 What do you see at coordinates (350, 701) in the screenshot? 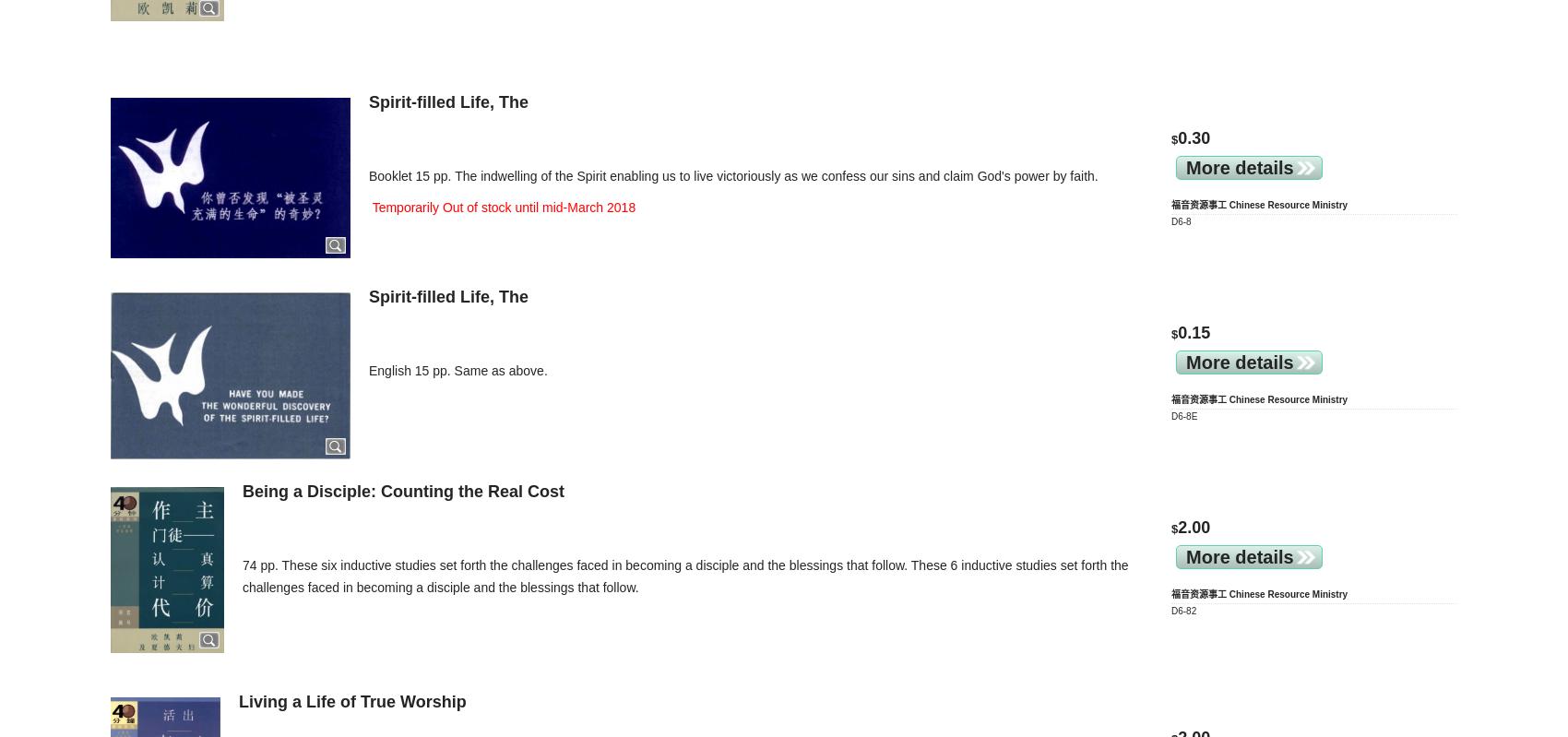
I see `'Living a Life of True Worship'` at bounding box center [350, 701].